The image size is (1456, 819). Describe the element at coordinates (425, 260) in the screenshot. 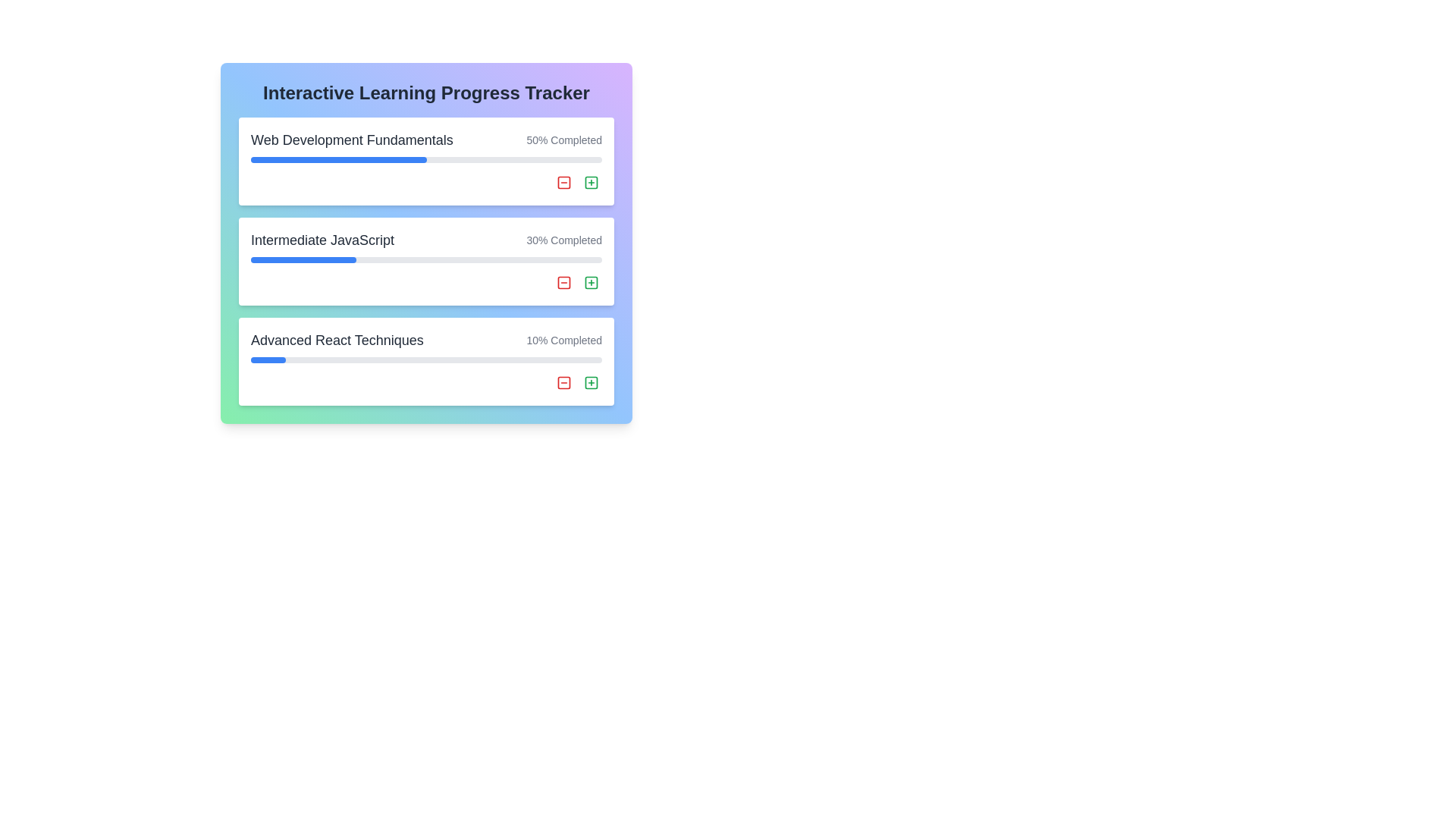

I see `the details of the progress for the 'Intermediate JavaScript' course by clicking on the progress tracker card, which is the second card in a vertical list of three cards` at that location.